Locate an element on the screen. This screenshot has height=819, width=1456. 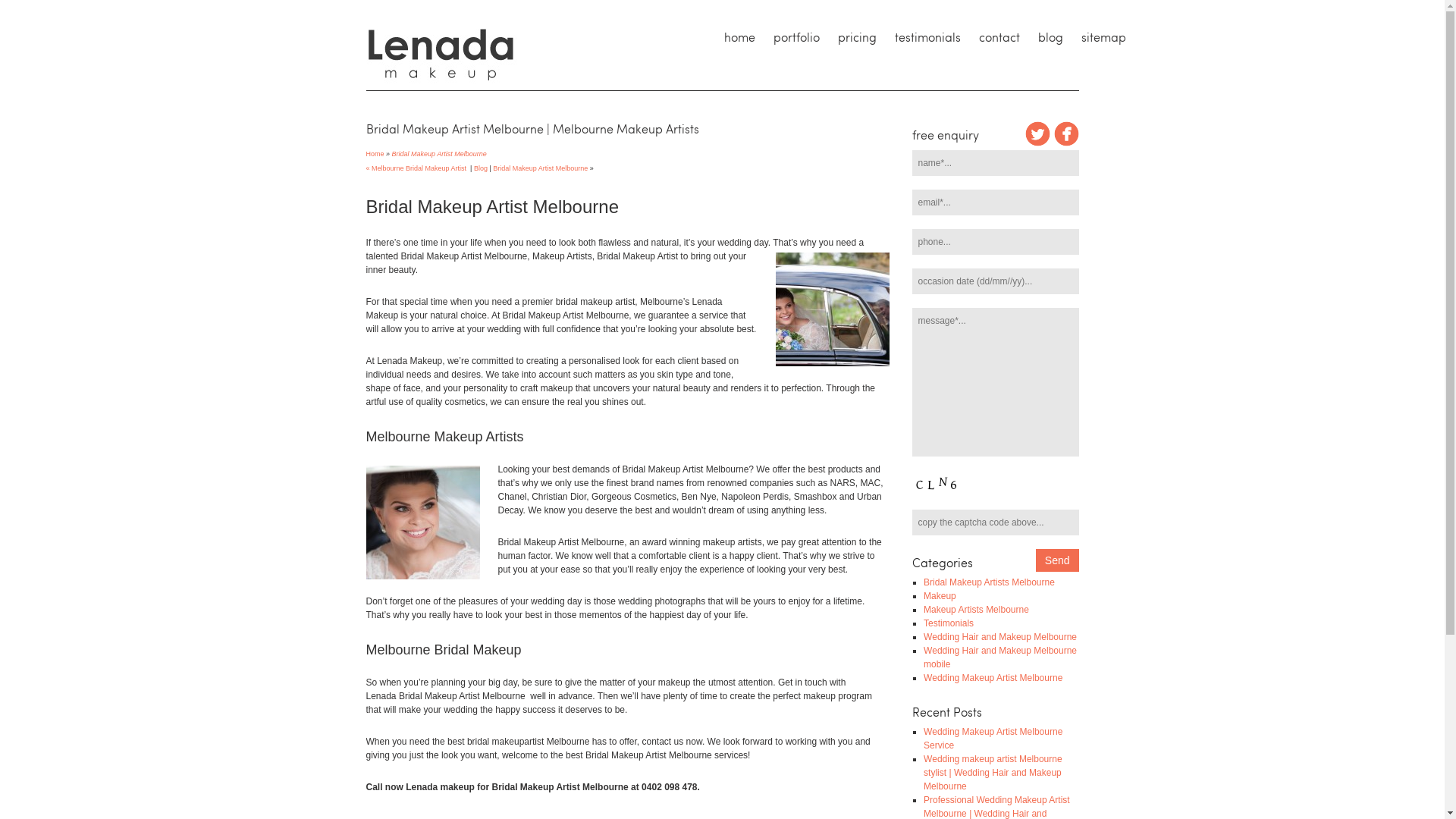
'Makeup Artists Melbourne' is located at coordinates (976, 608).